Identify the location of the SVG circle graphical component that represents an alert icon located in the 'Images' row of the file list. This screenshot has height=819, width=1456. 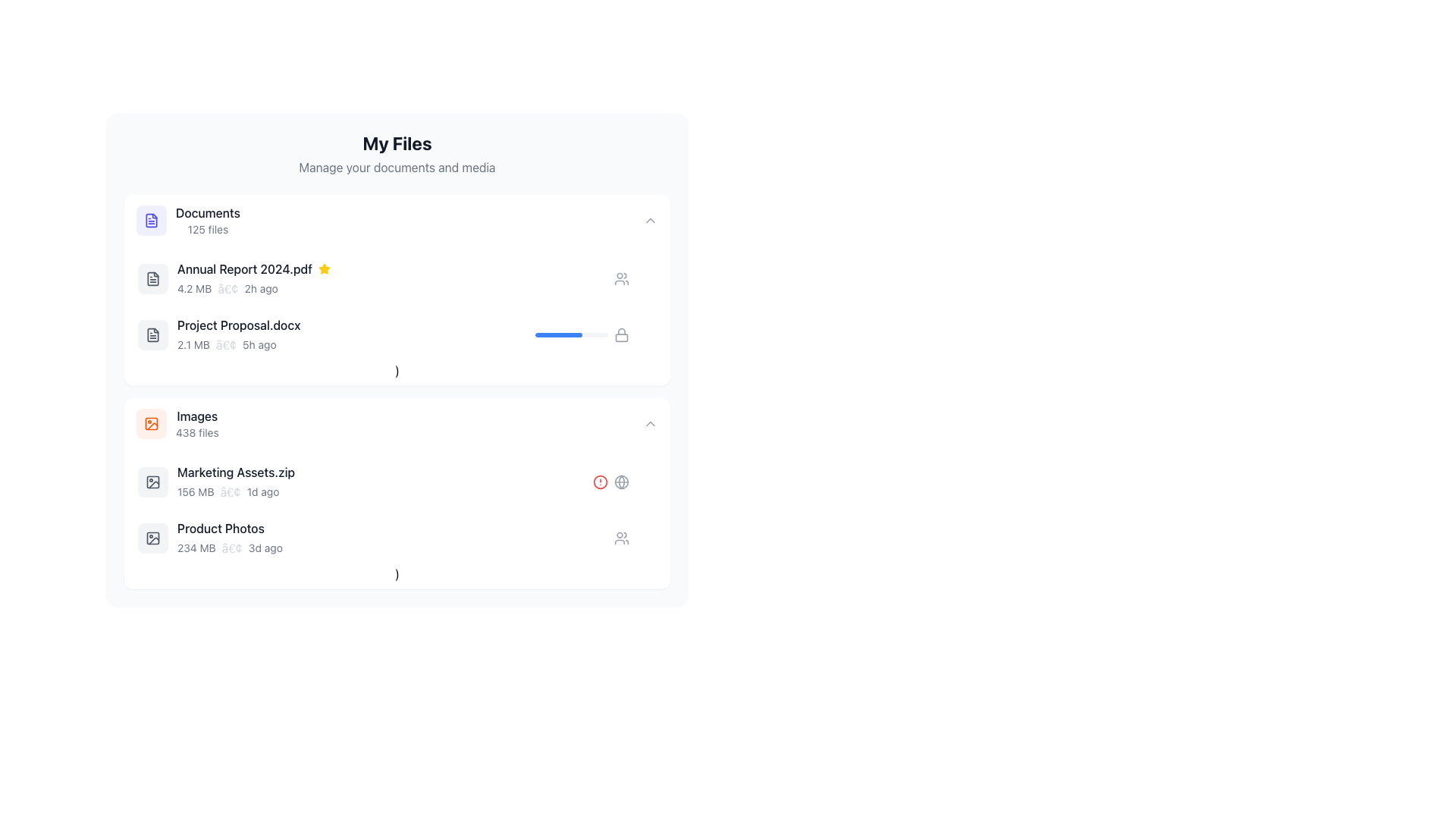
(600, 482).